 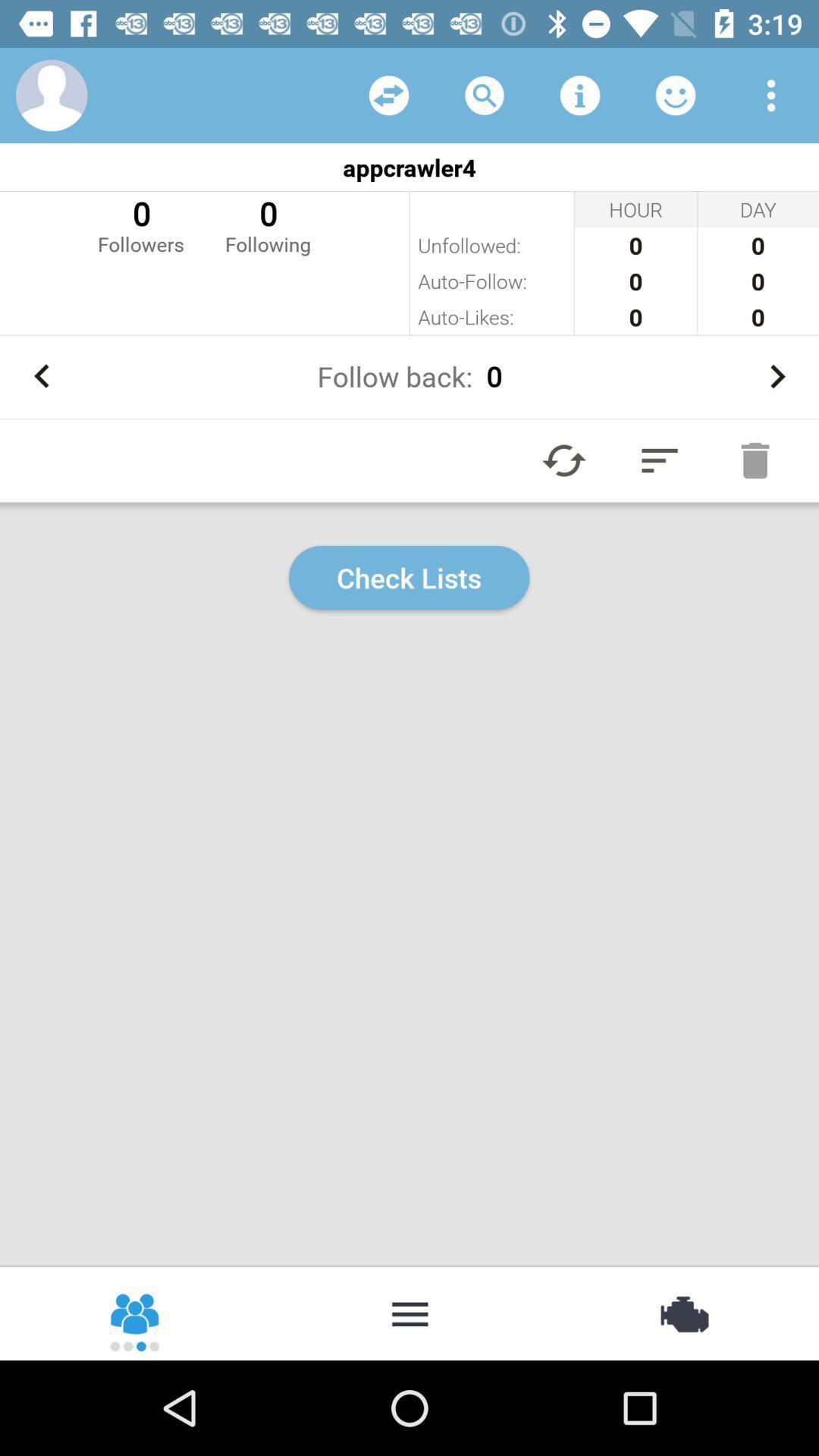 What do you see at coordinates (388, 94) in the screenshot?
I see `transfer information` at bounding box center [388, 94].